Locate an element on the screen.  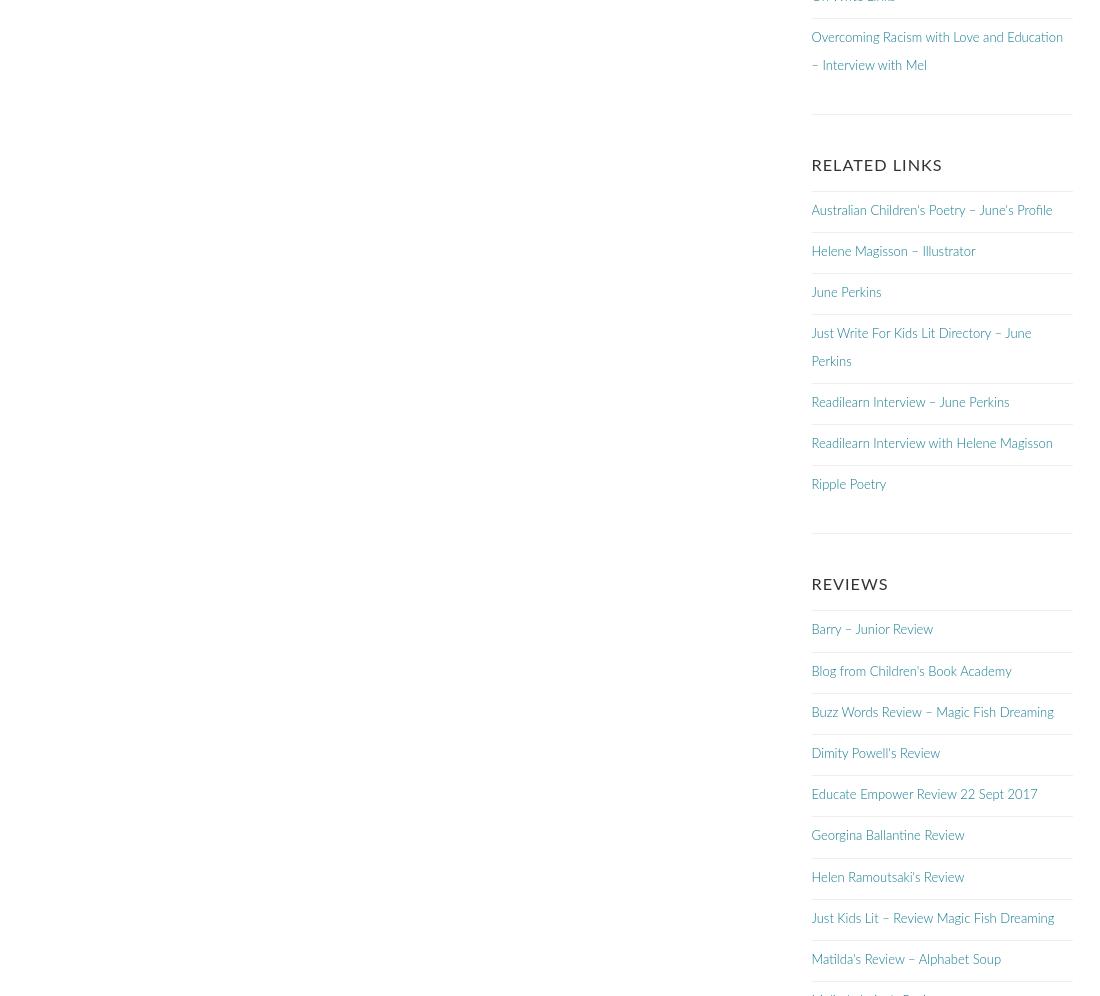
'Readilearn Interview – June Perkins' is located at coordinates (910, 401).